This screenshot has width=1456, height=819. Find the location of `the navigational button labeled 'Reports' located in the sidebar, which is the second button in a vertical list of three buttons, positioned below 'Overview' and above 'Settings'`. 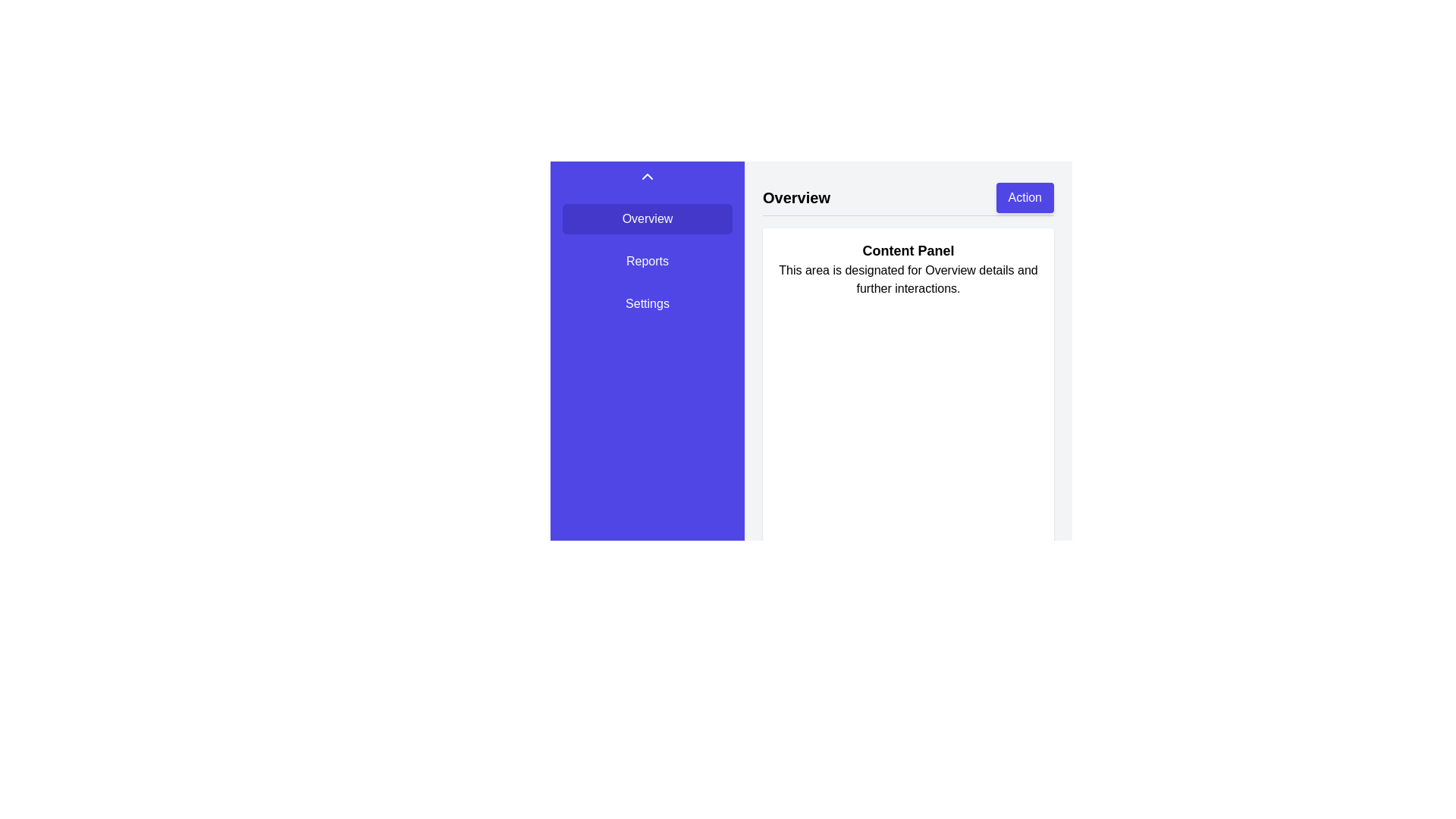

the navigational button labeled 'Reports' located in the sidebar, which is the second button in a vertical list of three buttons, positioned below 'Overview' and above 'Settings' is located at coordinates (648, 260).